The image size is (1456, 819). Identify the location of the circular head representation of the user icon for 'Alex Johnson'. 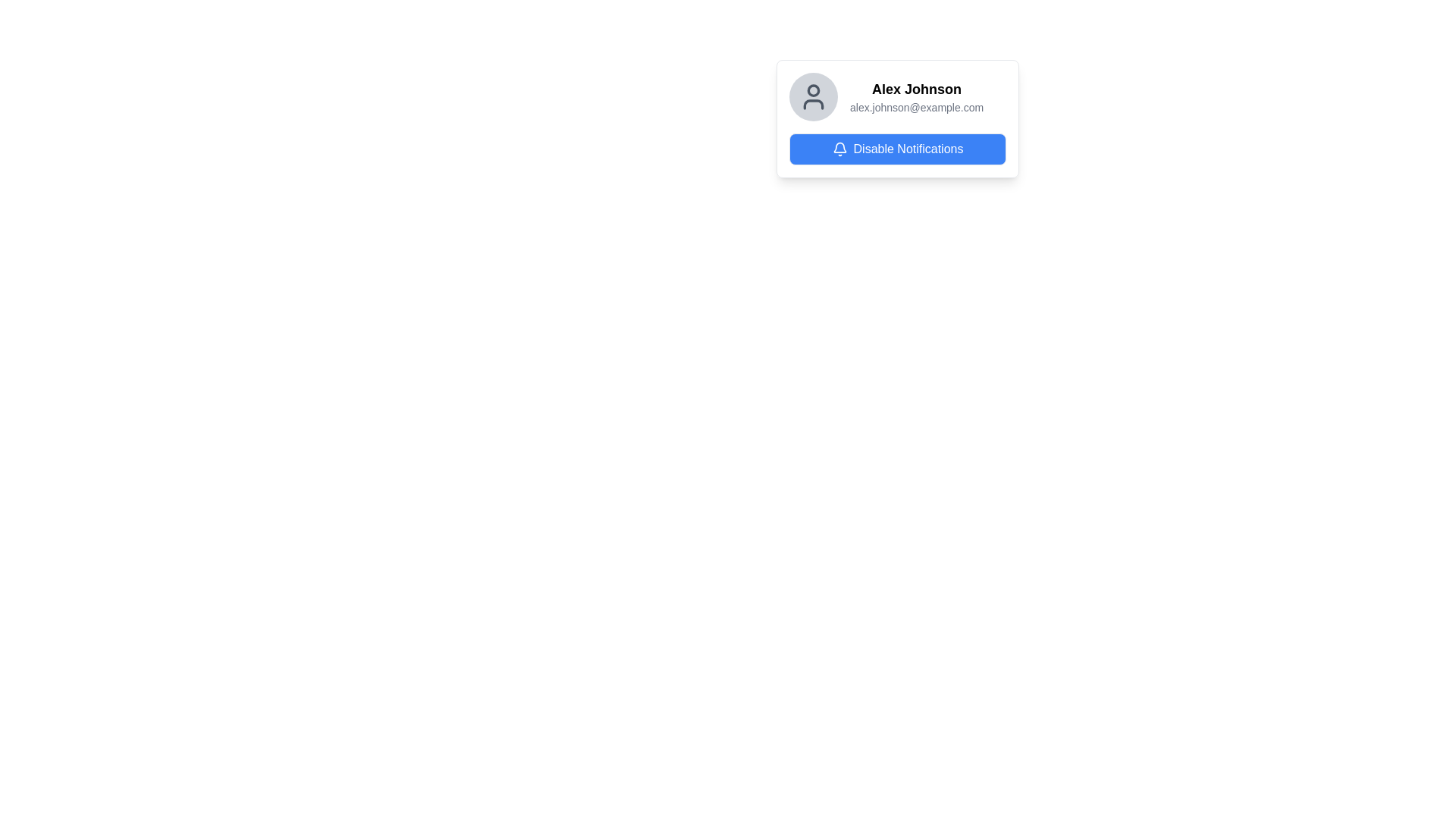
(813, 90).